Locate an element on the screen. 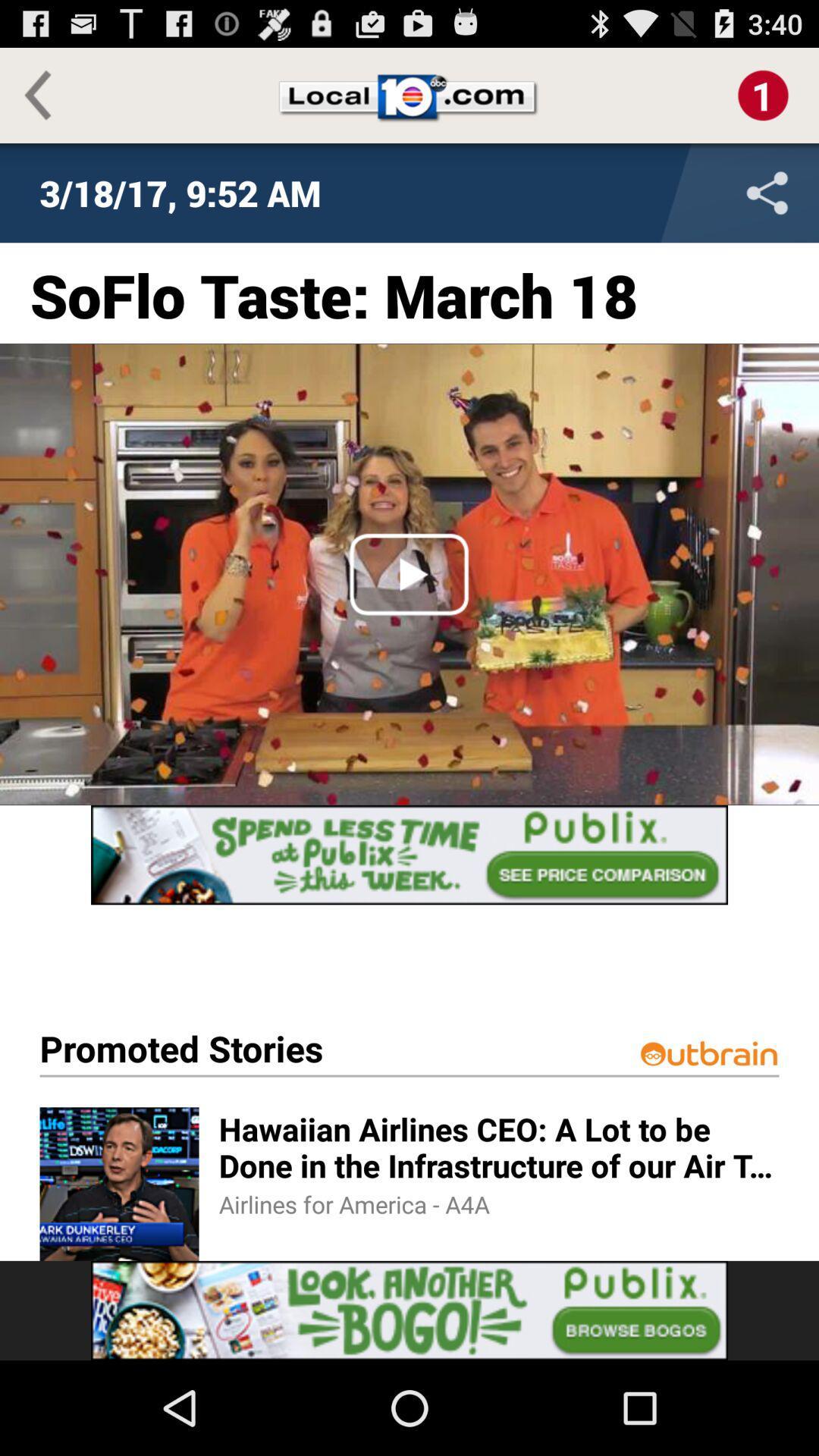 This screenshot has width=819, height=1456. watch he video is located at coordinates (409, 573).